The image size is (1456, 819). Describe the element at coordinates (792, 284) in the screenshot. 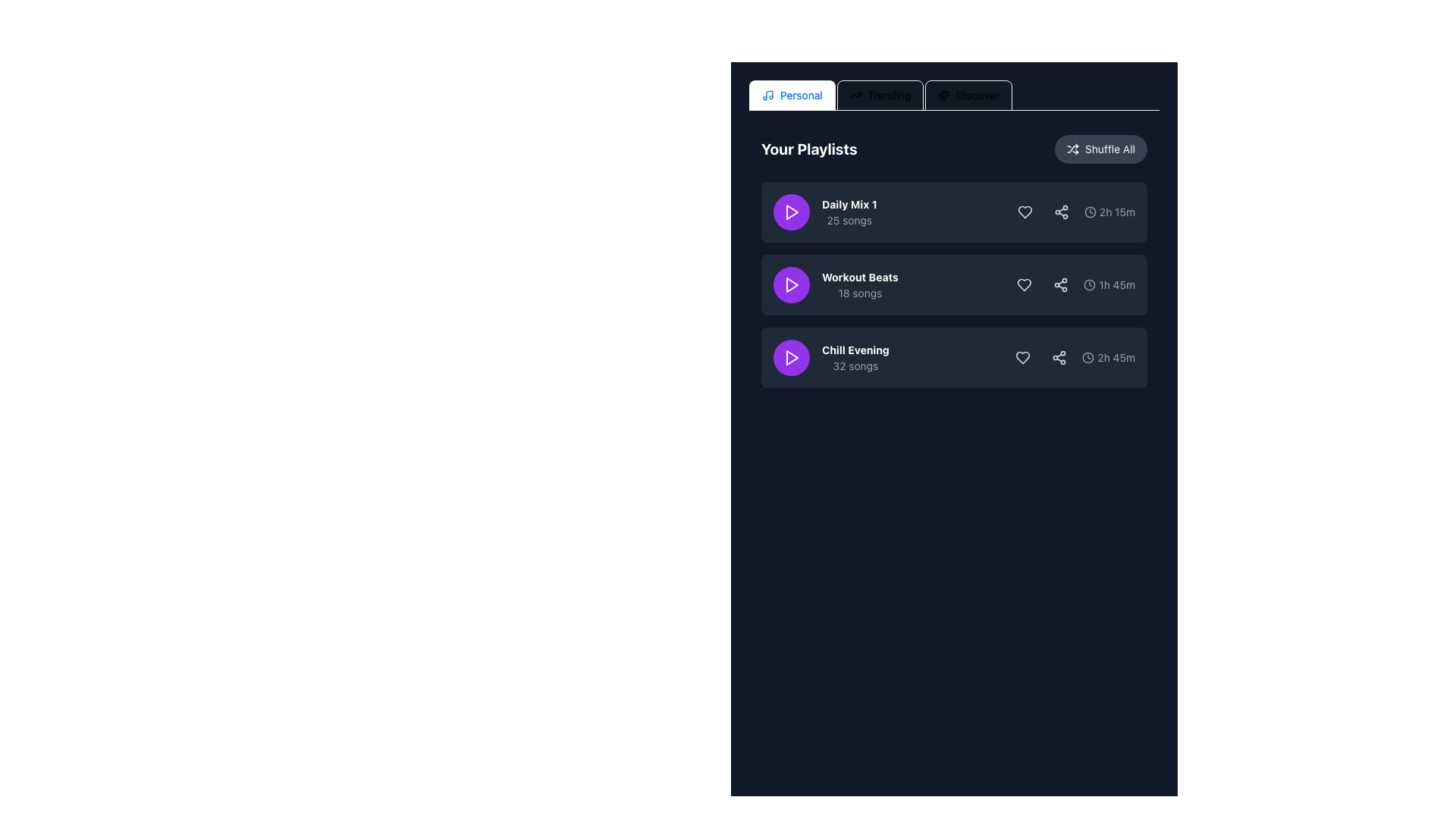

I see `the play button icon for the 'Workout Beats' playlist` at that location.